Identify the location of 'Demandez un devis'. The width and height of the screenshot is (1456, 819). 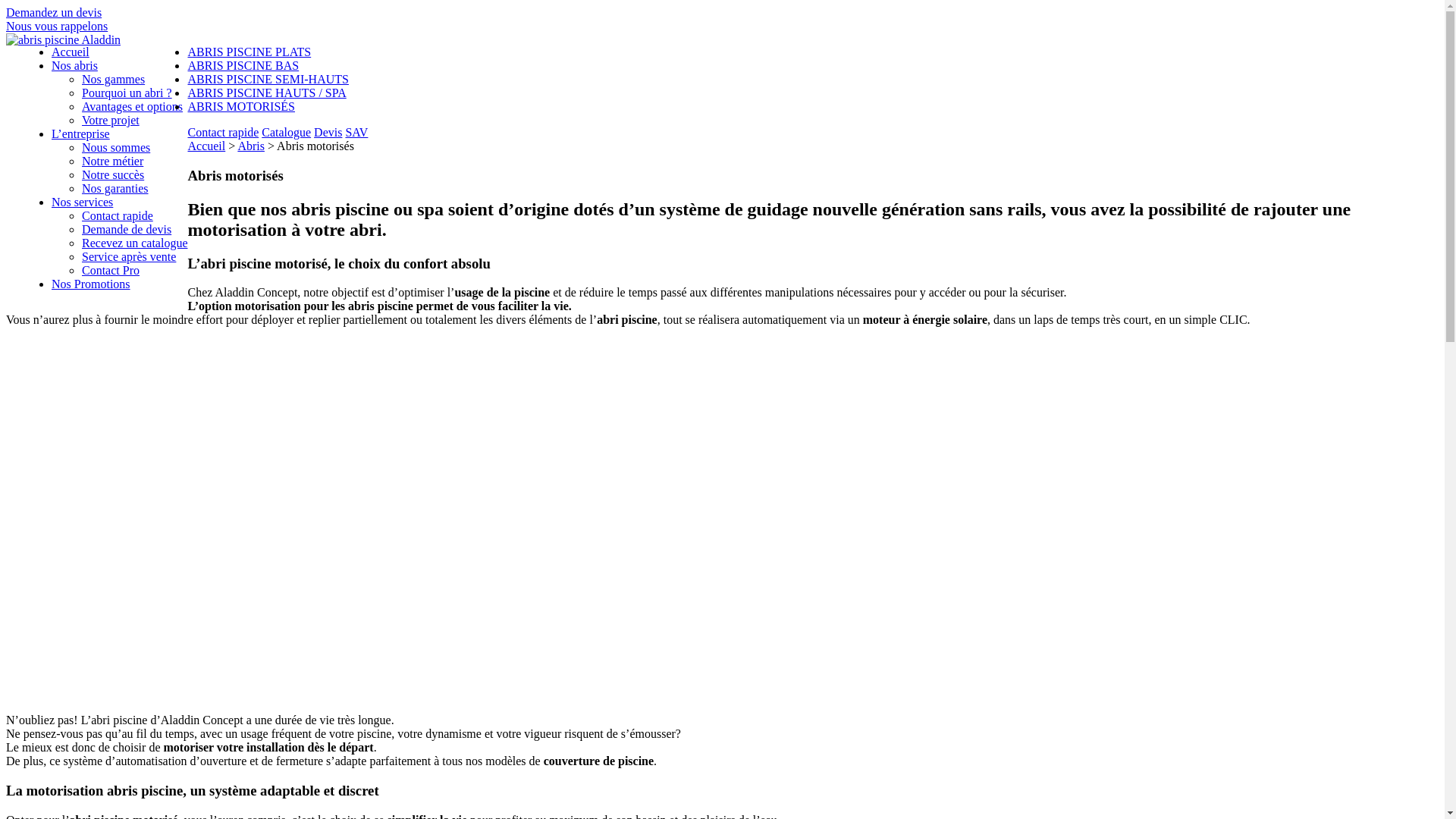
(54, 12).